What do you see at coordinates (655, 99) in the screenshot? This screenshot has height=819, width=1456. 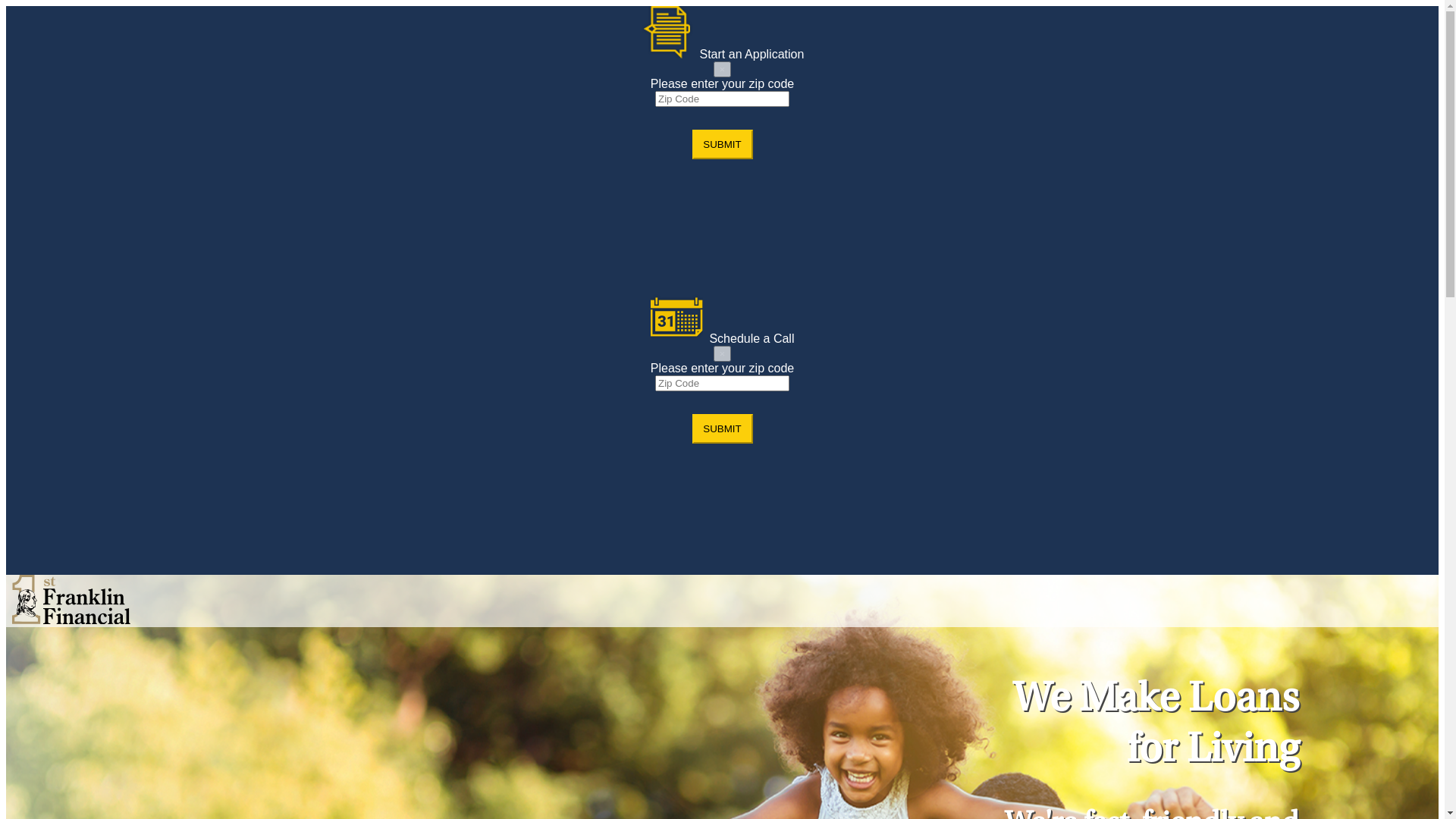 I see `' US Zip Code'` at bounding box center [655, 99].